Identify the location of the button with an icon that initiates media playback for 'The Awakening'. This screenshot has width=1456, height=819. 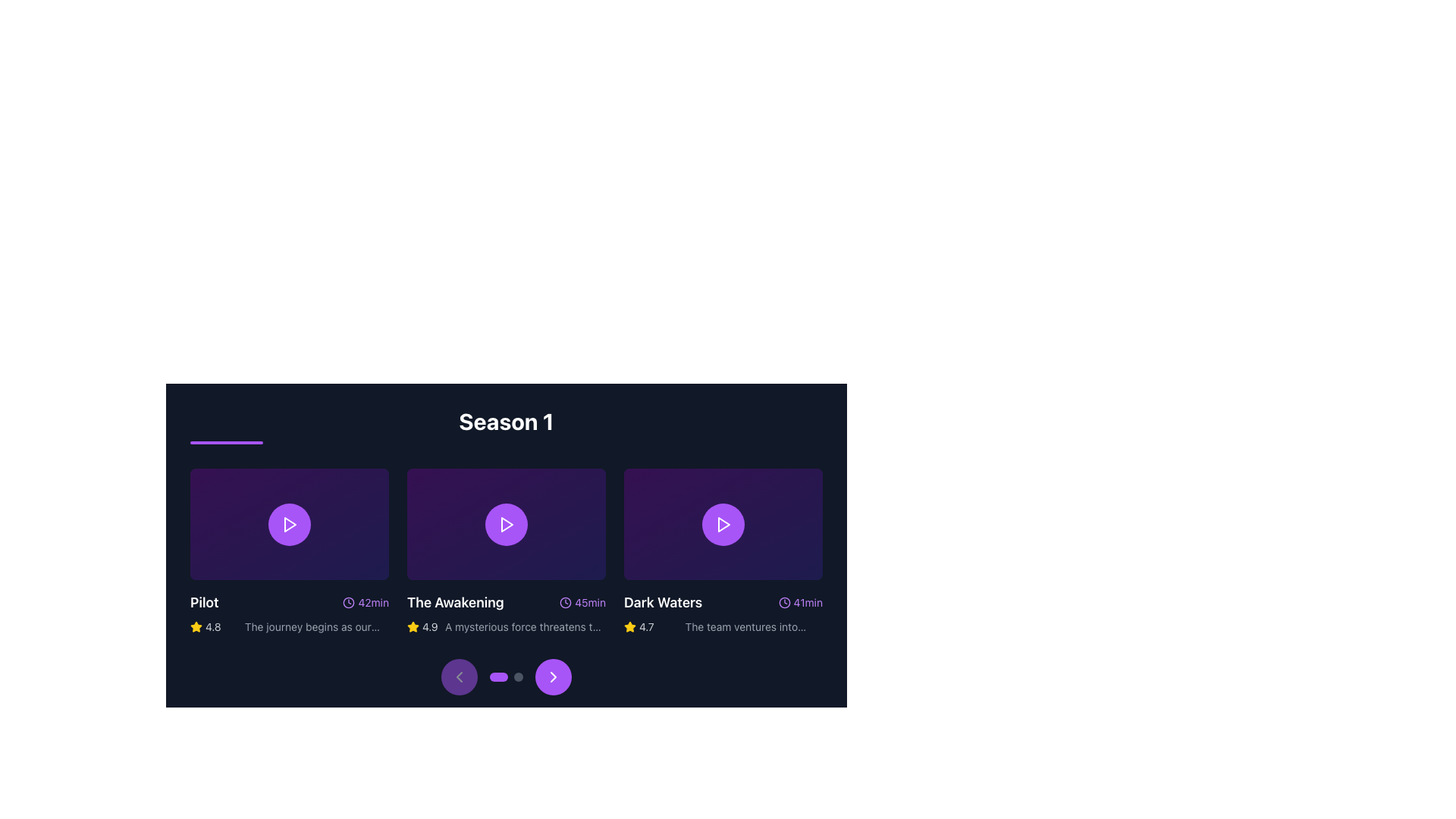
(506, 522).